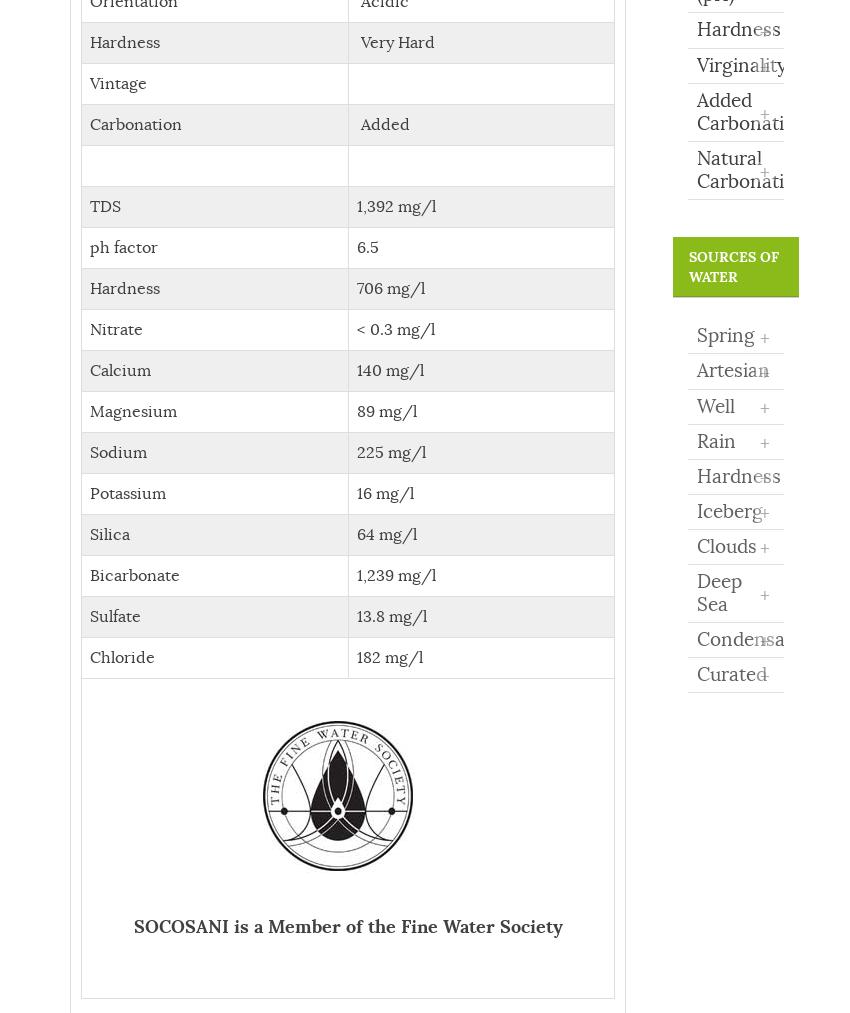 The height and width of the screenshot is (1013, 850). Describe the element at coordinates (354, 286) in the screenshot. I see `'706 mg/l'` at that location.